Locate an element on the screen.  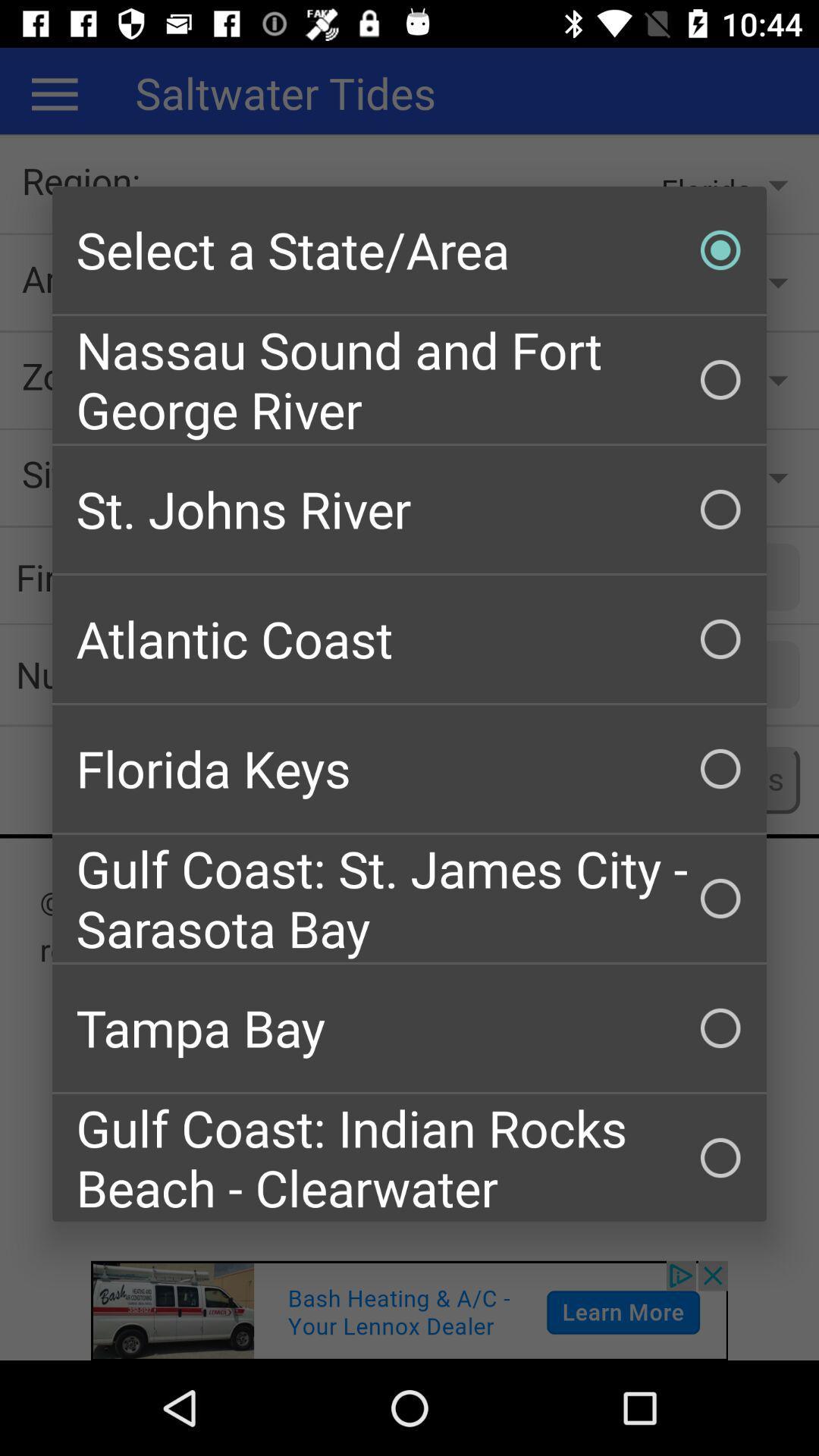
checkbox above the nassau sound and is located at coordinates (409, 250).